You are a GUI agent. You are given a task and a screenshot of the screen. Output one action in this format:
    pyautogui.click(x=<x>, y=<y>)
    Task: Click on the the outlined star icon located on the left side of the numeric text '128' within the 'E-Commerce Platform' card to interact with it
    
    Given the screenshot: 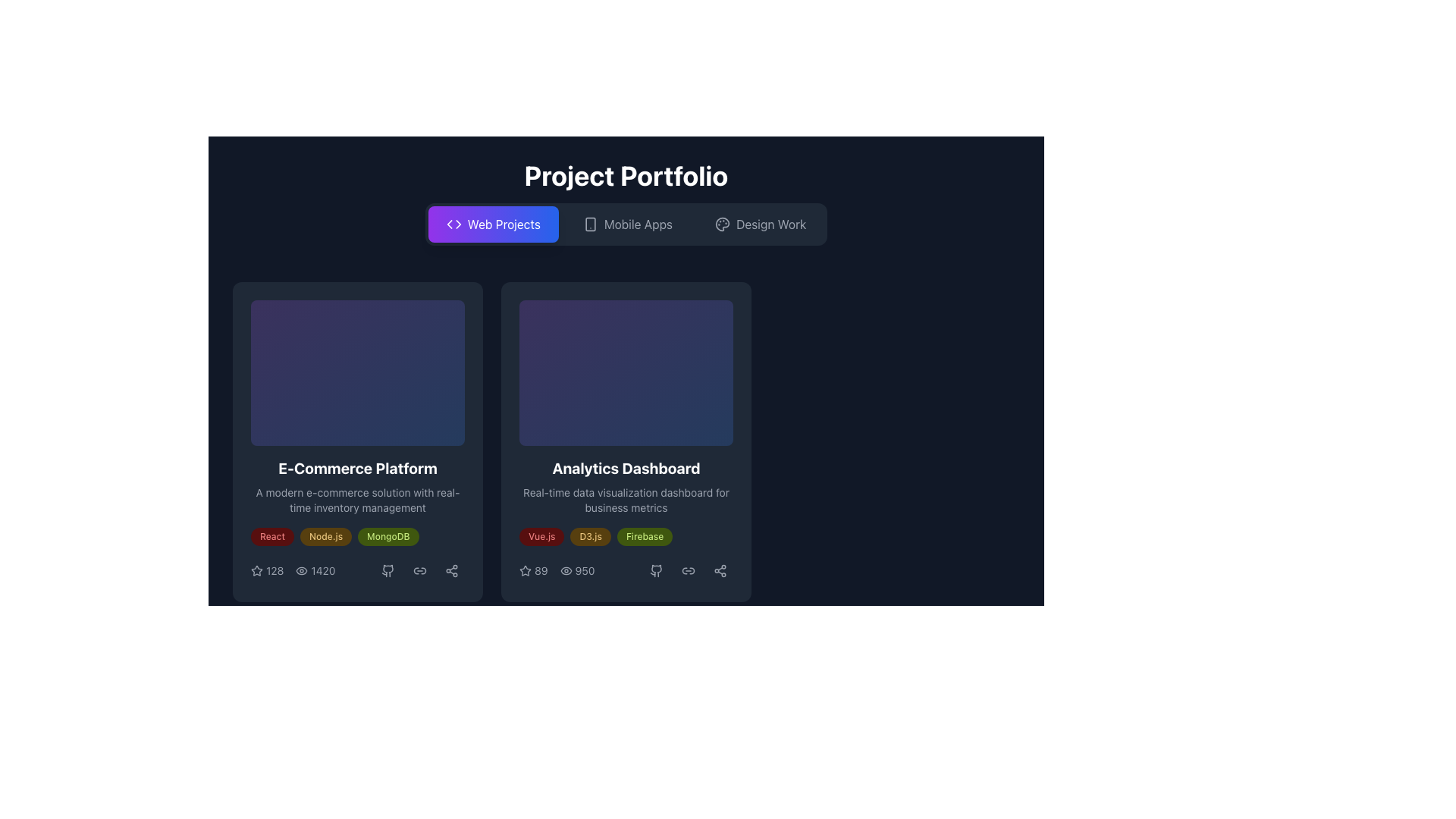 What is the action you would take?
    pyautogui.click(x=257, y=570)
    